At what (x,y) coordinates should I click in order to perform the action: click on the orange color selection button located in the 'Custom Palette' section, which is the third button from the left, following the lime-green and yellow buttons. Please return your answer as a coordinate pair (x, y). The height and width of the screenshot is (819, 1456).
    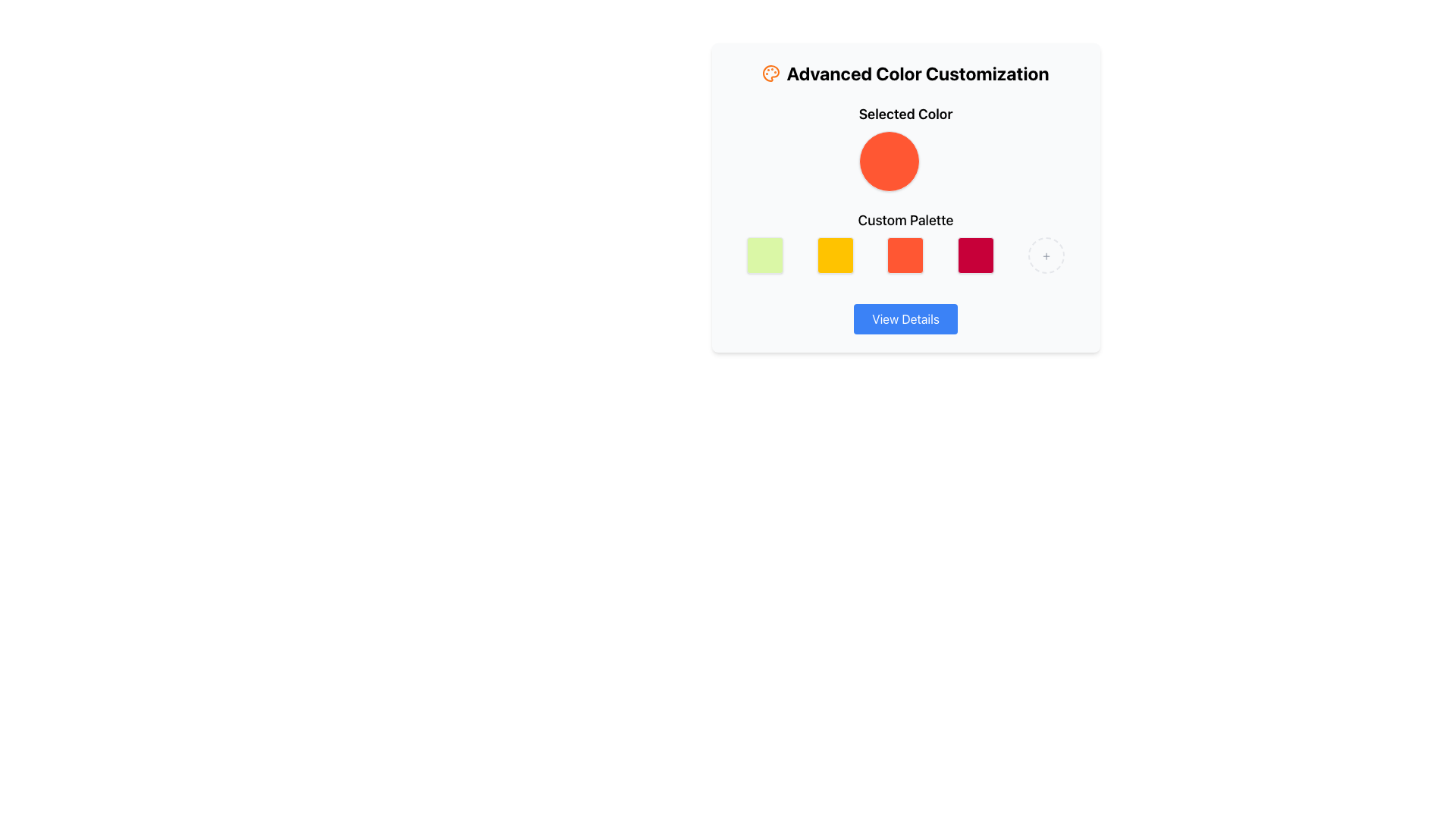
    Looking at the image, I should click on (905, 254).